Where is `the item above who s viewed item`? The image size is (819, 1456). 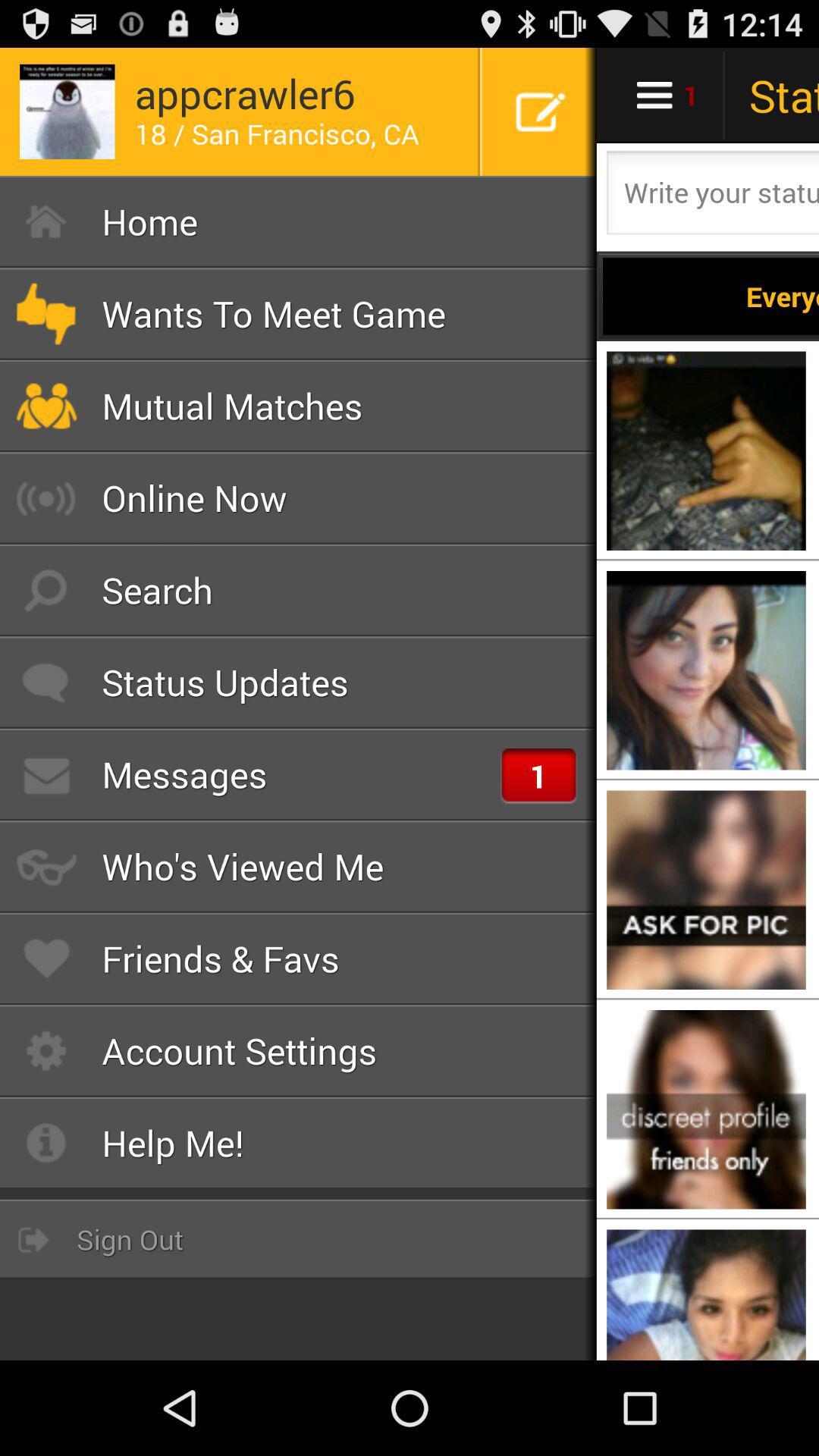
the item above who s viewed item is located at coordinates (298, 774).